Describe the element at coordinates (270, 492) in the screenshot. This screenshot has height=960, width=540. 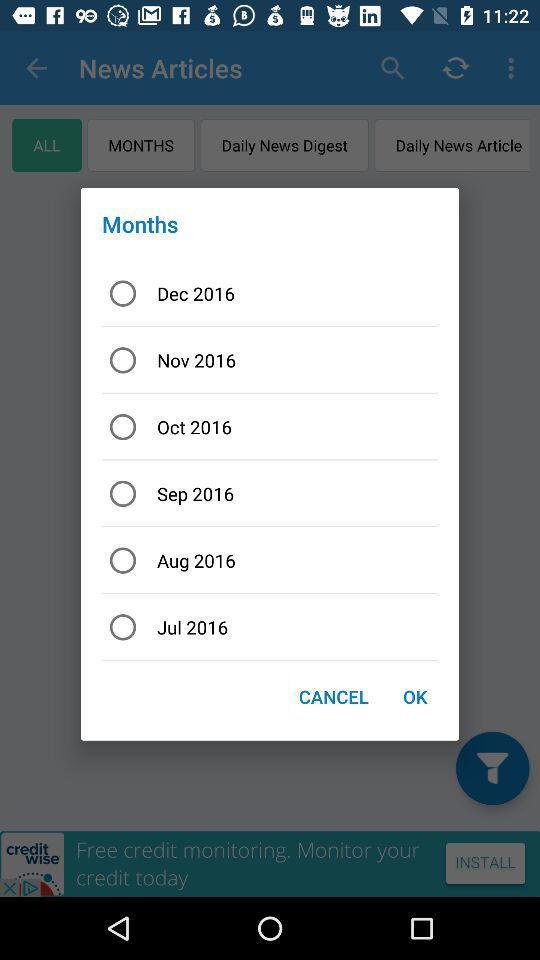
I see `the sep 2016` at that location.